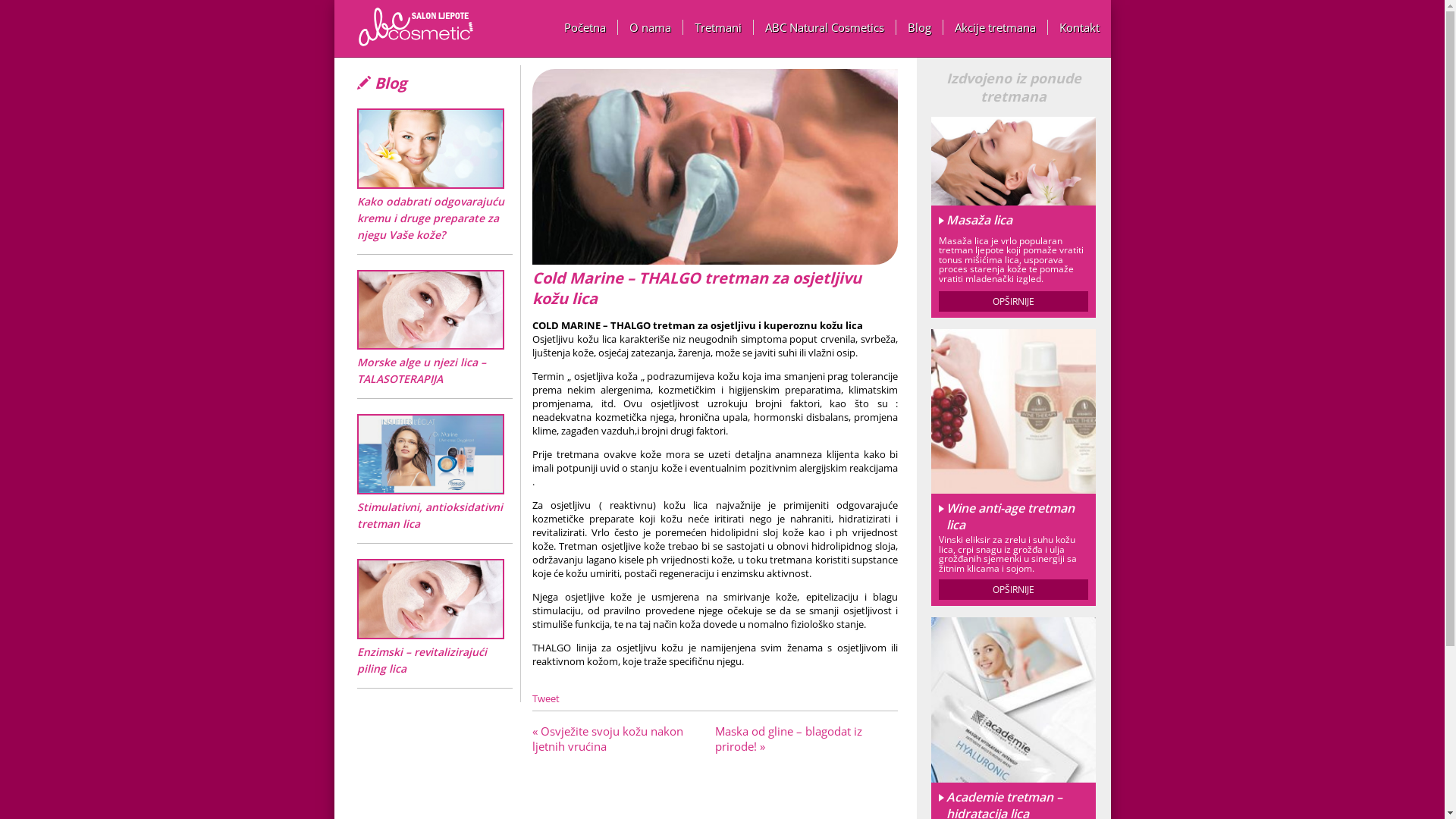 This screenshot has height=819, width=1456. I want to click on 'Kontakt', so click(1078, 27).